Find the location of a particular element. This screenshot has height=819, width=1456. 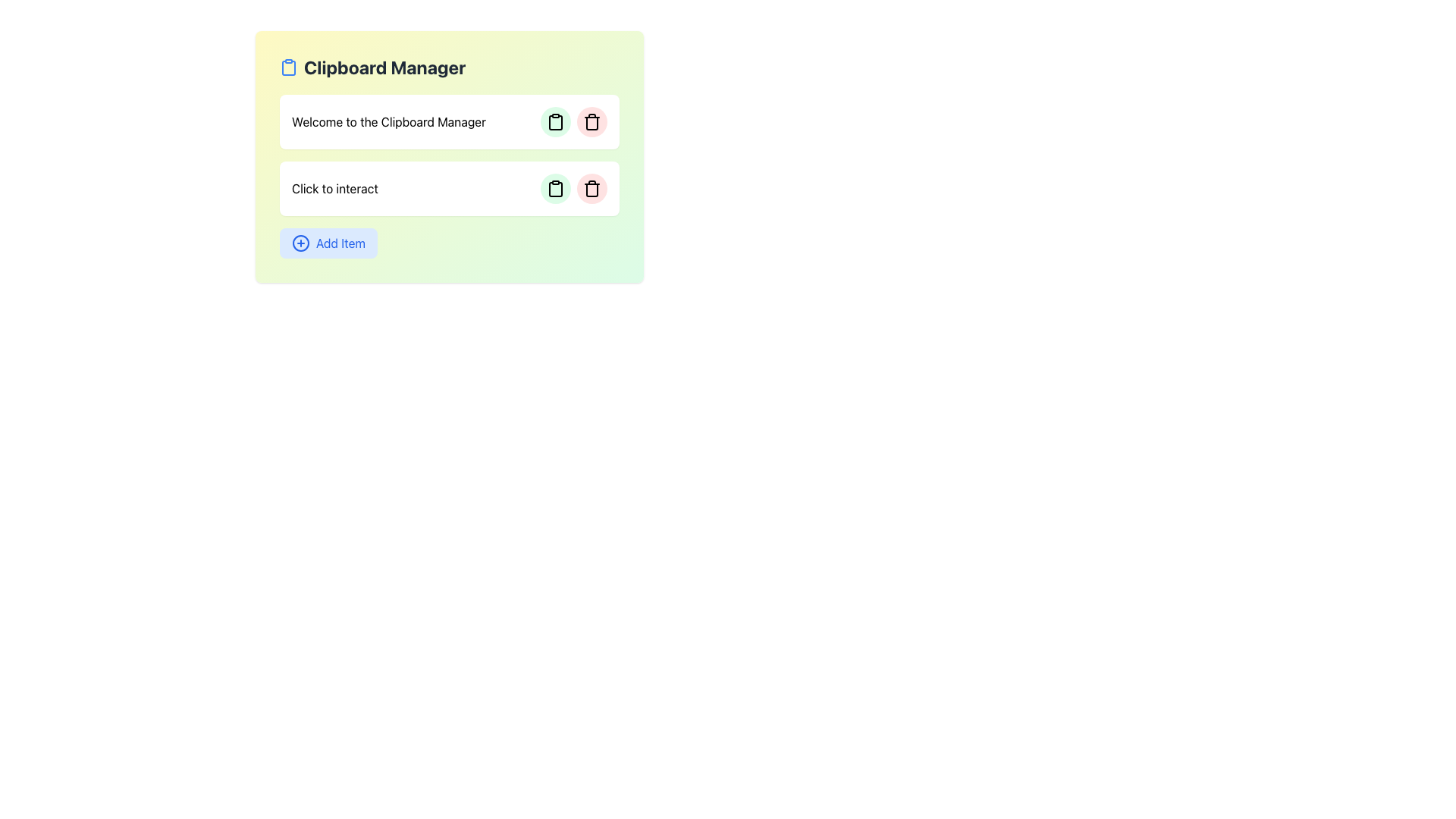

the clipboard icon with a green fill, located in the second row of the Clipboard Manager interface, to the right of 'Click to interact' and adjacent to the trash bin icon is located at coordinates (555, 189).